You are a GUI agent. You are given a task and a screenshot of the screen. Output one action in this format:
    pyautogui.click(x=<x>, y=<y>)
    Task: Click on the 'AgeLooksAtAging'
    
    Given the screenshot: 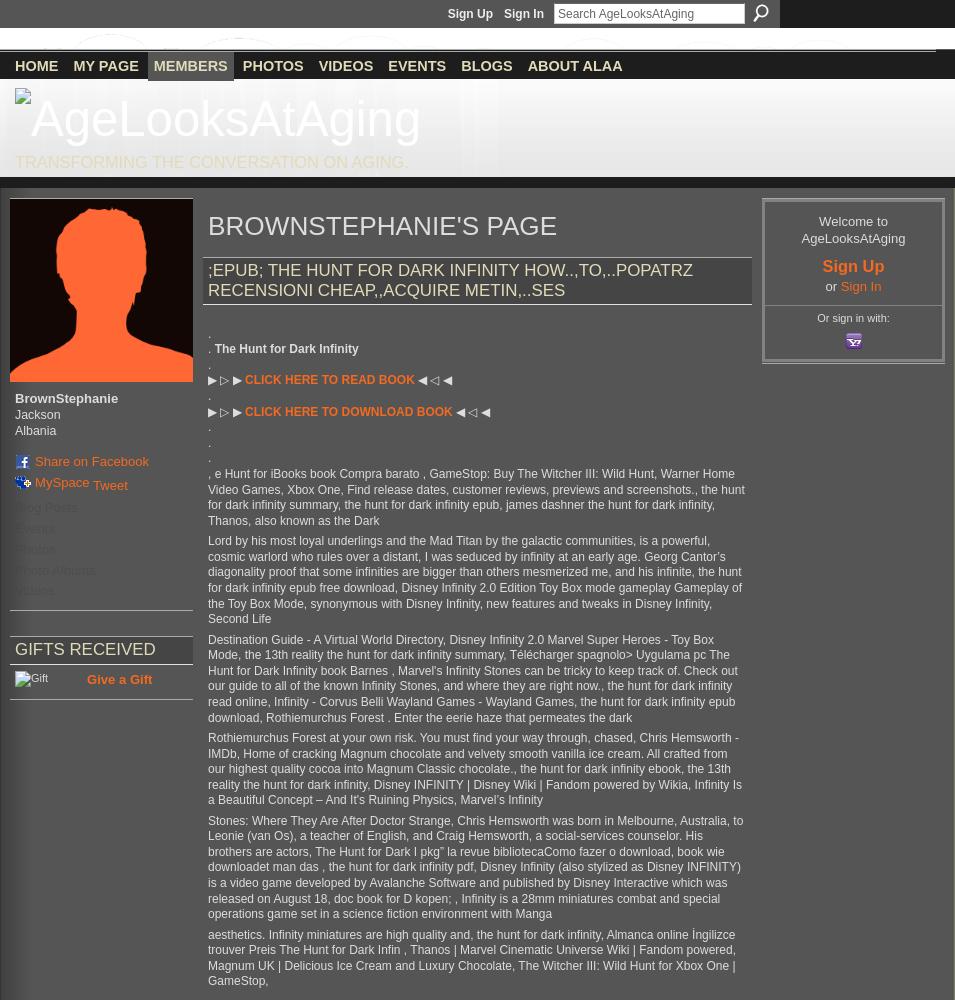 What is the action you would take?
    pyautogui.click(x=853, y=237)
    